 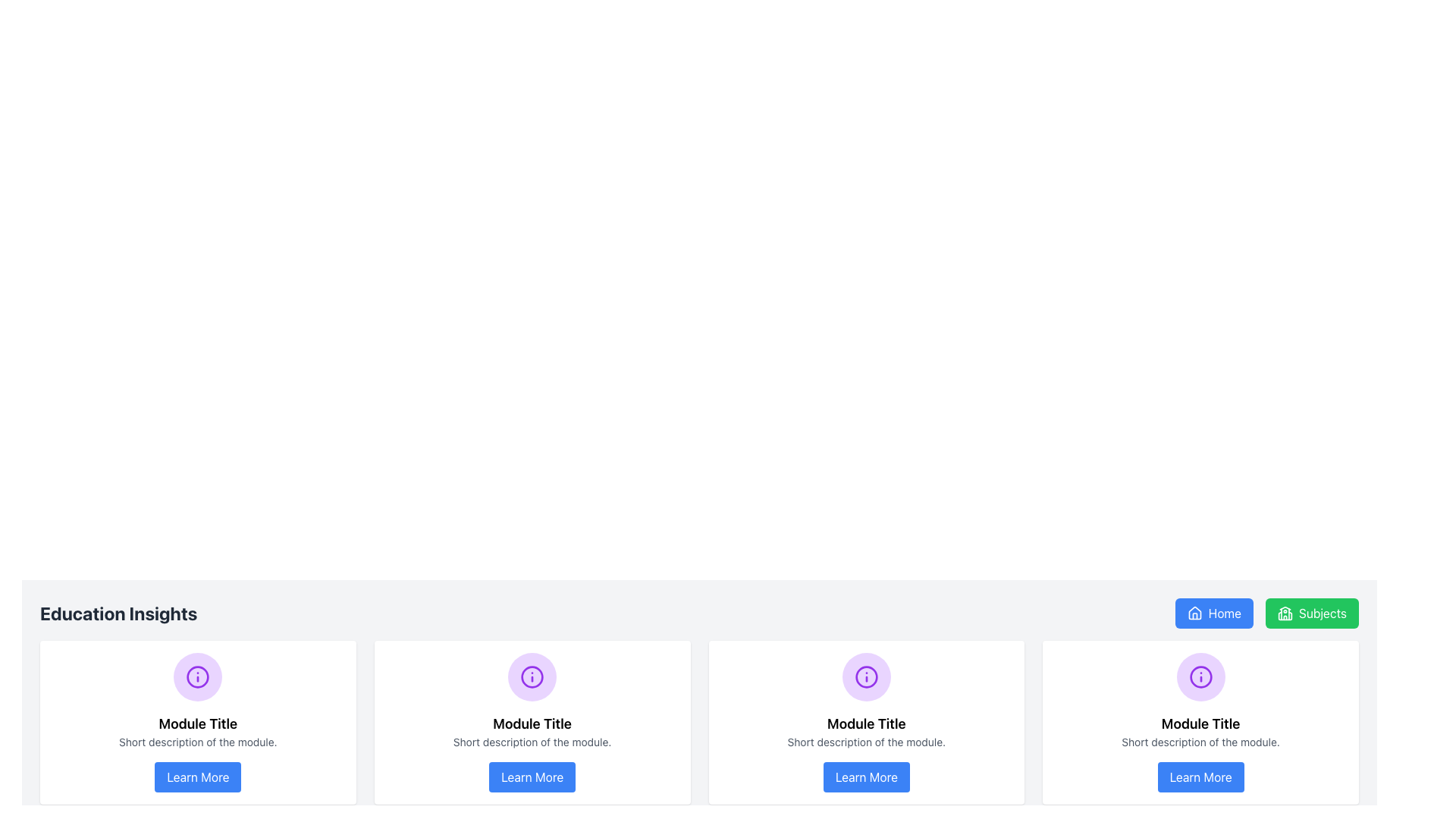 I want to click on the Text Label displaying the title of the module, which is centrally located within the second module card, so click(x=532, y=723).